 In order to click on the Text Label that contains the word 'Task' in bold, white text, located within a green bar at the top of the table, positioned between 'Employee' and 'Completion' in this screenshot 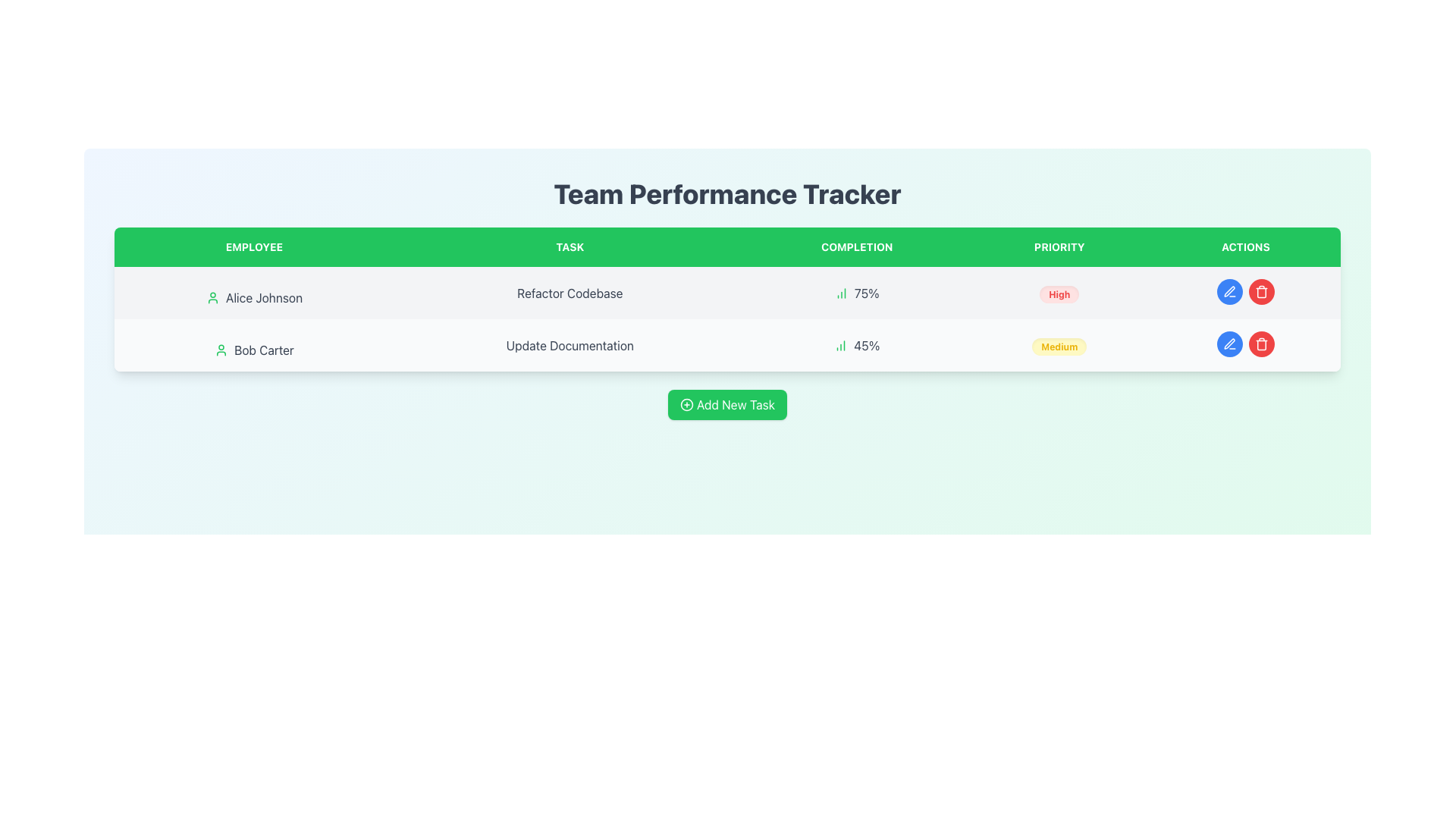, I will do `click(569, 246)`.